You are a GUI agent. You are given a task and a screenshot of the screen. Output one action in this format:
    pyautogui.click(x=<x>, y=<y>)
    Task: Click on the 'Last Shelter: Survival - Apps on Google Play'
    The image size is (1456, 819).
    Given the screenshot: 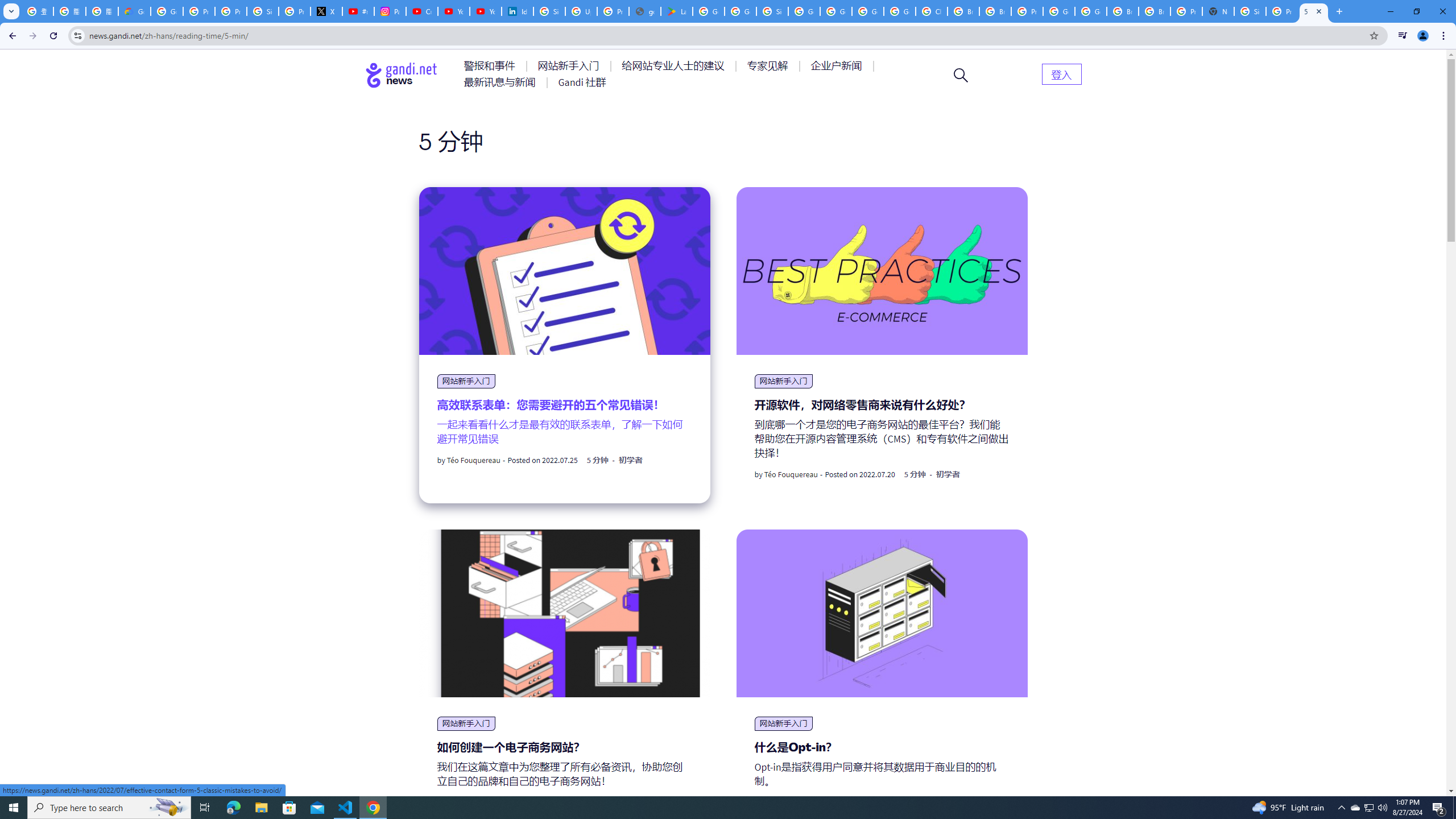 What is the action you would take?
    pyautogui.click(x=676, y=11)
    